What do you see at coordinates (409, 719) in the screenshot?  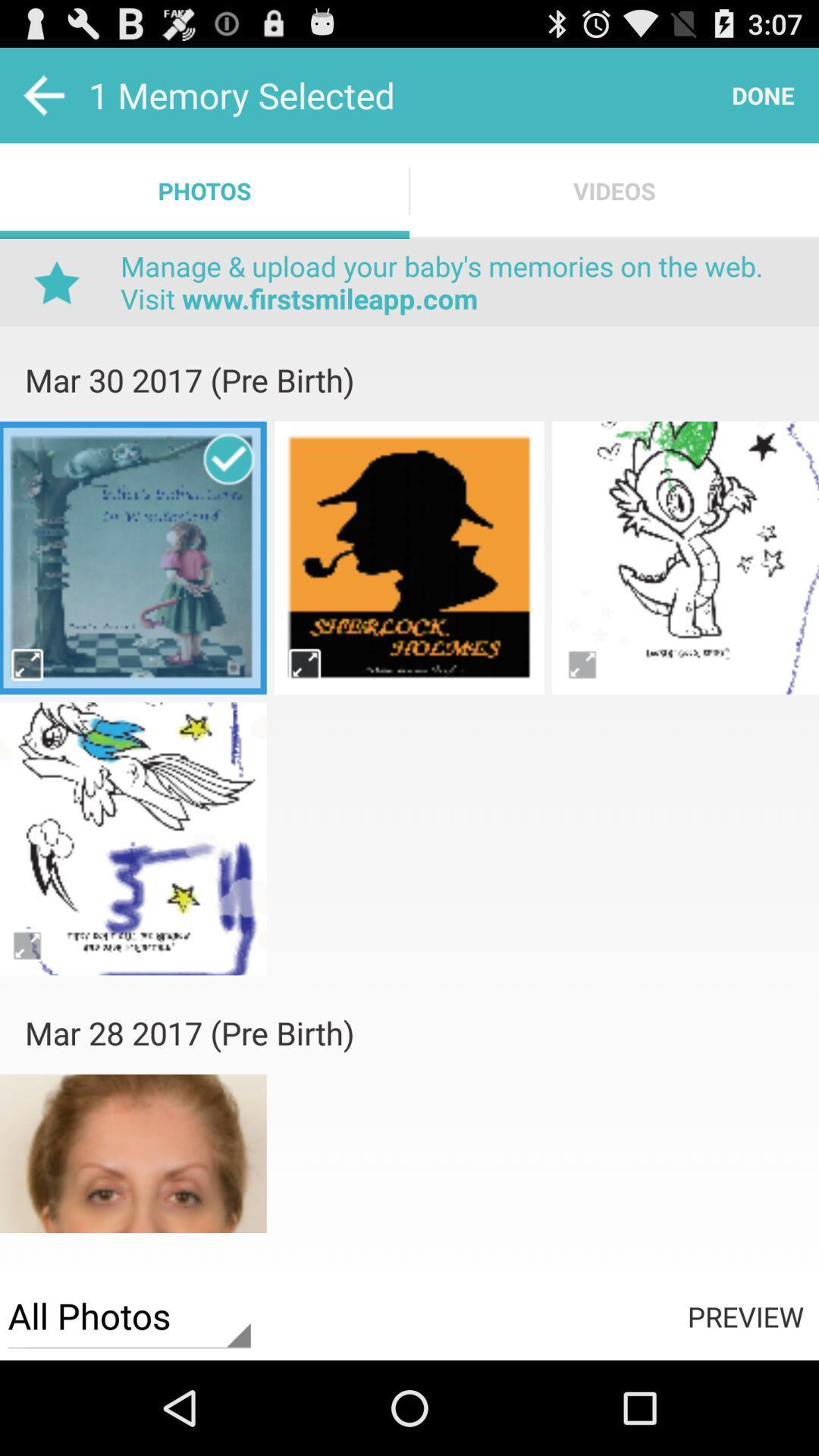 I see `photos` at bounding box center [409, 719].